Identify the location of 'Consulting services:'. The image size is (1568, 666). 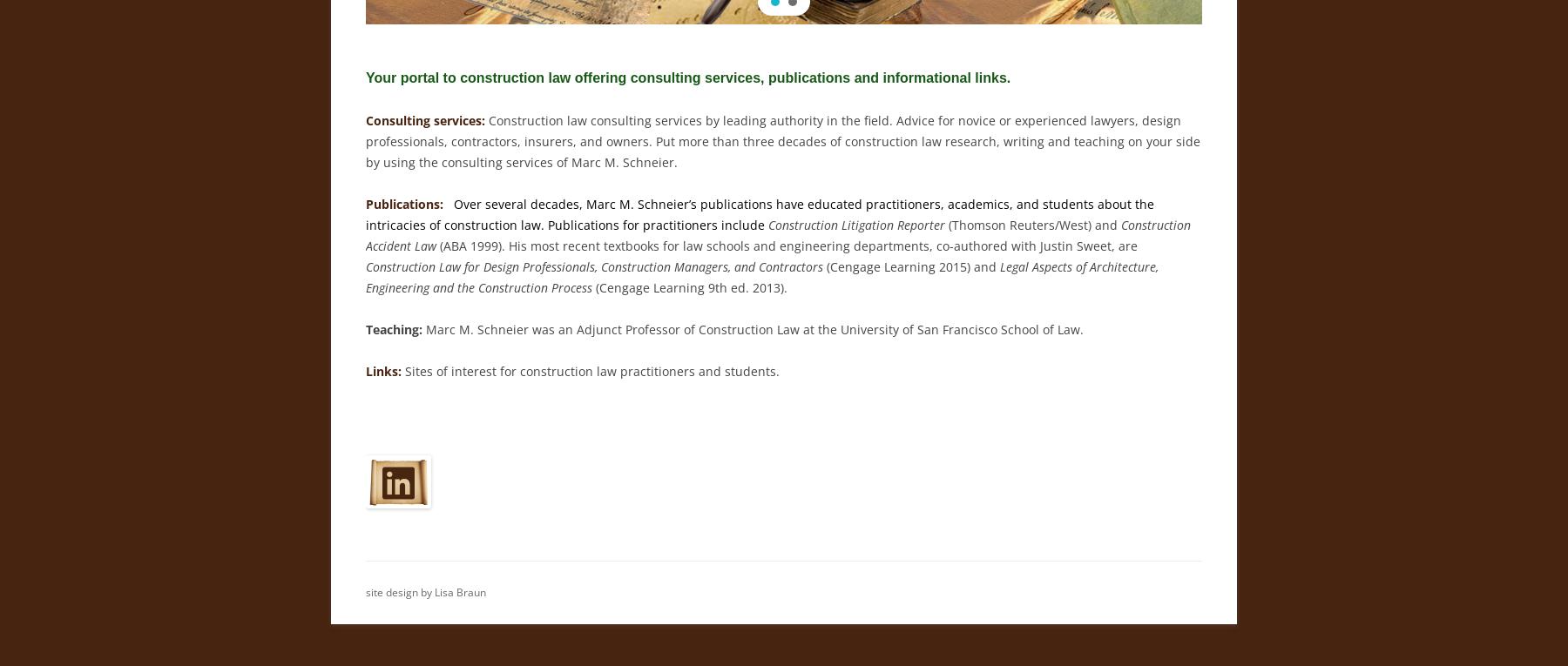
(424, 120).